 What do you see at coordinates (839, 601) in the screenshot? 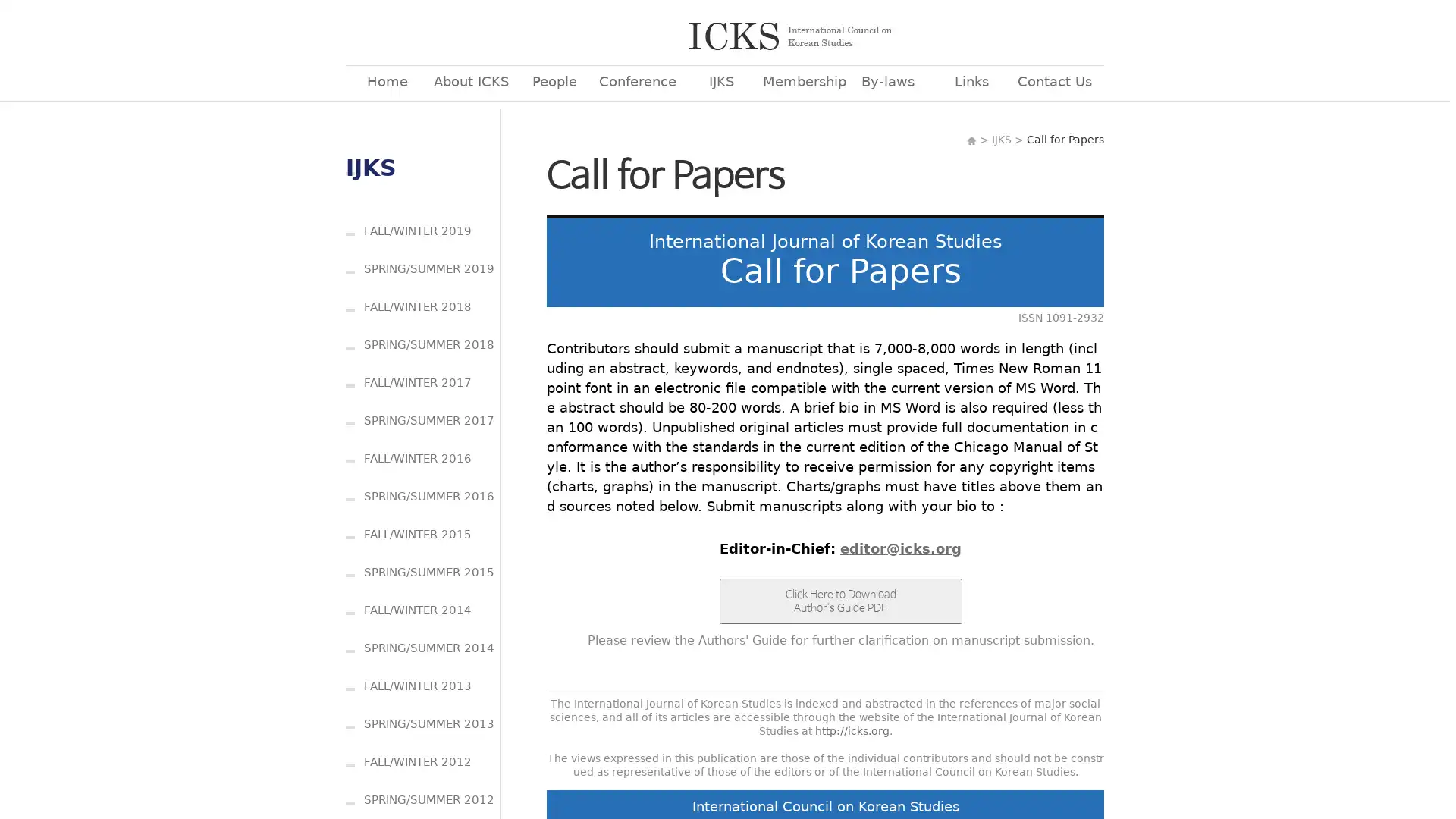
I see `Click Here to Download Author's Guide PDF` at bounding box center [839, 601].